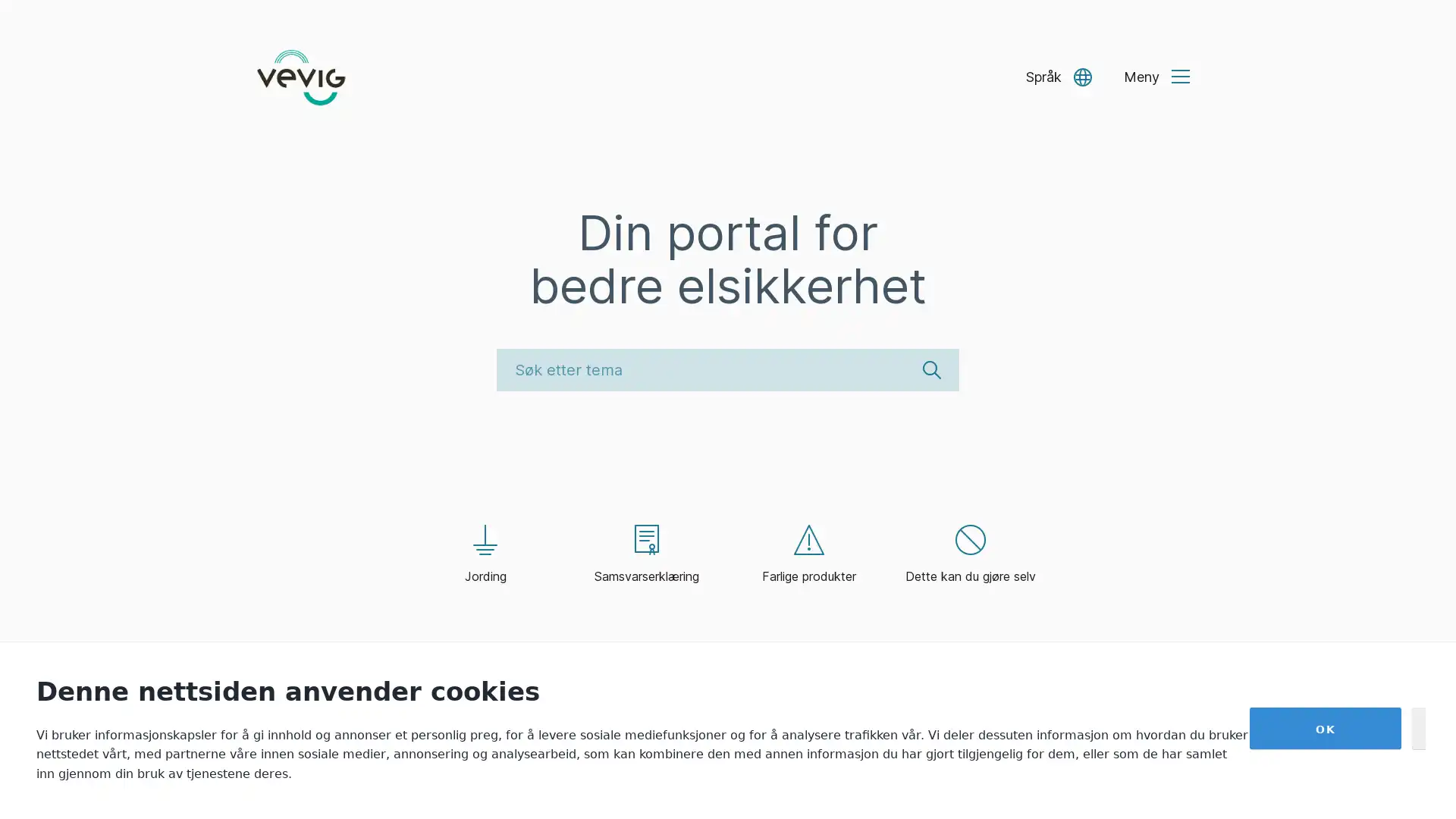  What do you see at coordinates (1058, 77) in the screenshot?
I see `Sprak Select Language` at bounding box center [1058, 77].